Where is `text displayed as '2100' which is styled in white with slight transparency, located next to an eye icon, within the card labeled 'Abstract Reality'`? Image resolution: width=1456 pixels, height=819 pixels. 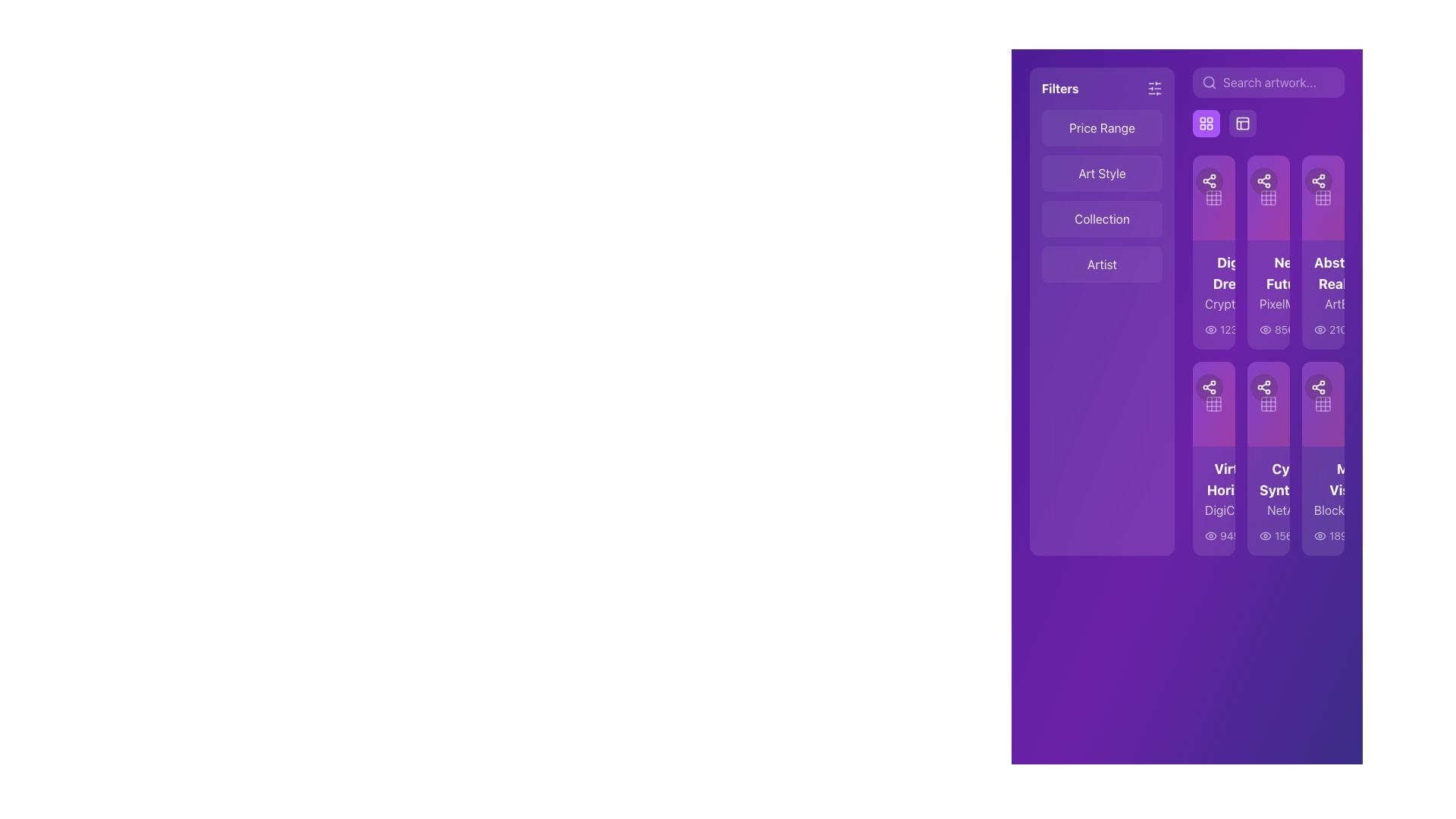
text displayed as '2100' which is styled in white with slight transparency, located next to an eye icon, within the card labeled 'Abstract Reality' is located at coordinates (1332, 329).